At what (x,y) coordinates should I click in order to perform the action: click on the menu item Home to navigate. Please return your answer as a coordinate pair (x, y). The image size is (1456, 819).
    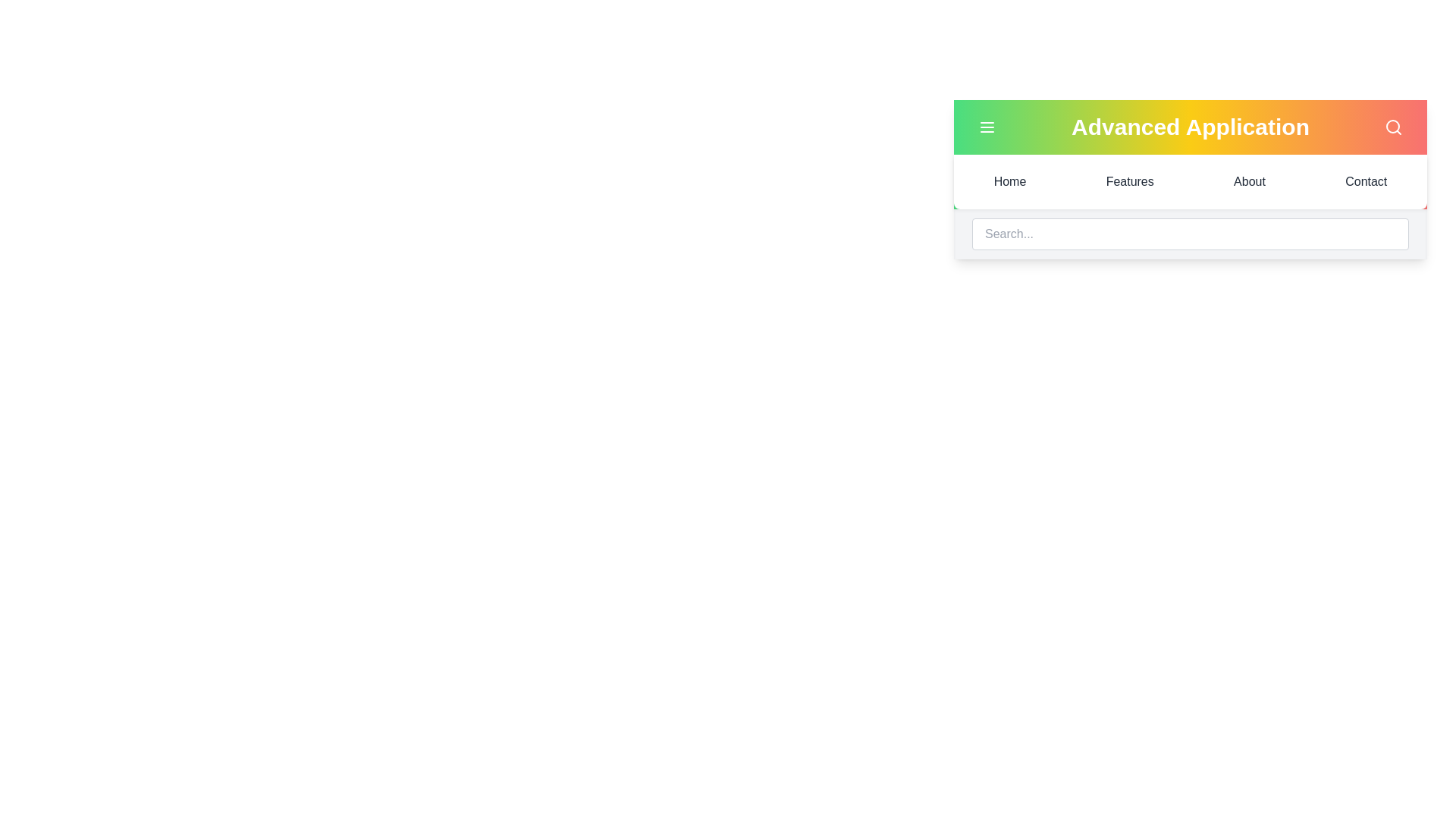
    Looking at the image, I should click on (1009, 180).